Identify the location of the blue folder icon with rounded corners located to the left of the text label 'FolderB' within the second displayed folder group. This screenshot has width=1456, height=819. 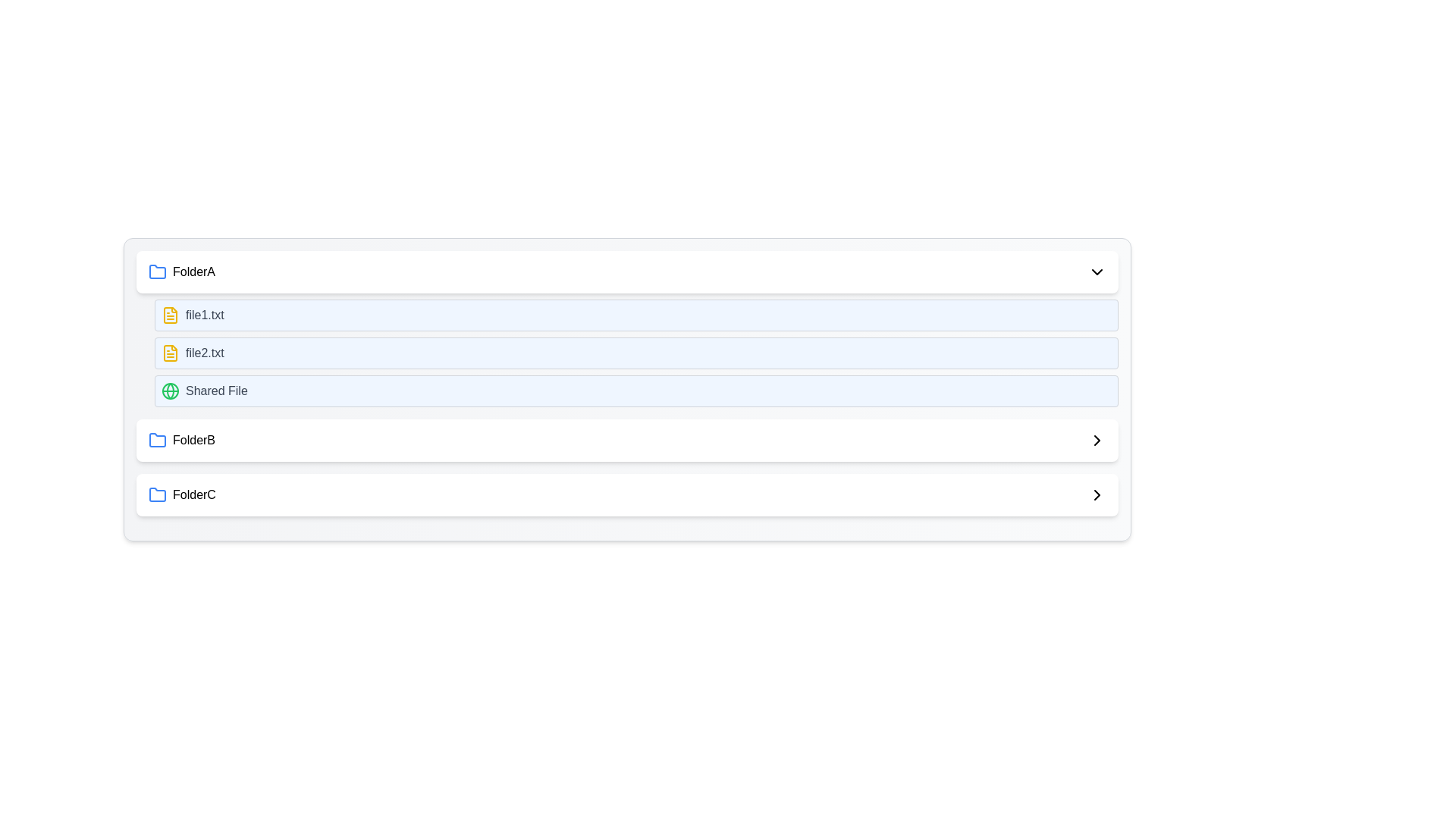
(157, 441).